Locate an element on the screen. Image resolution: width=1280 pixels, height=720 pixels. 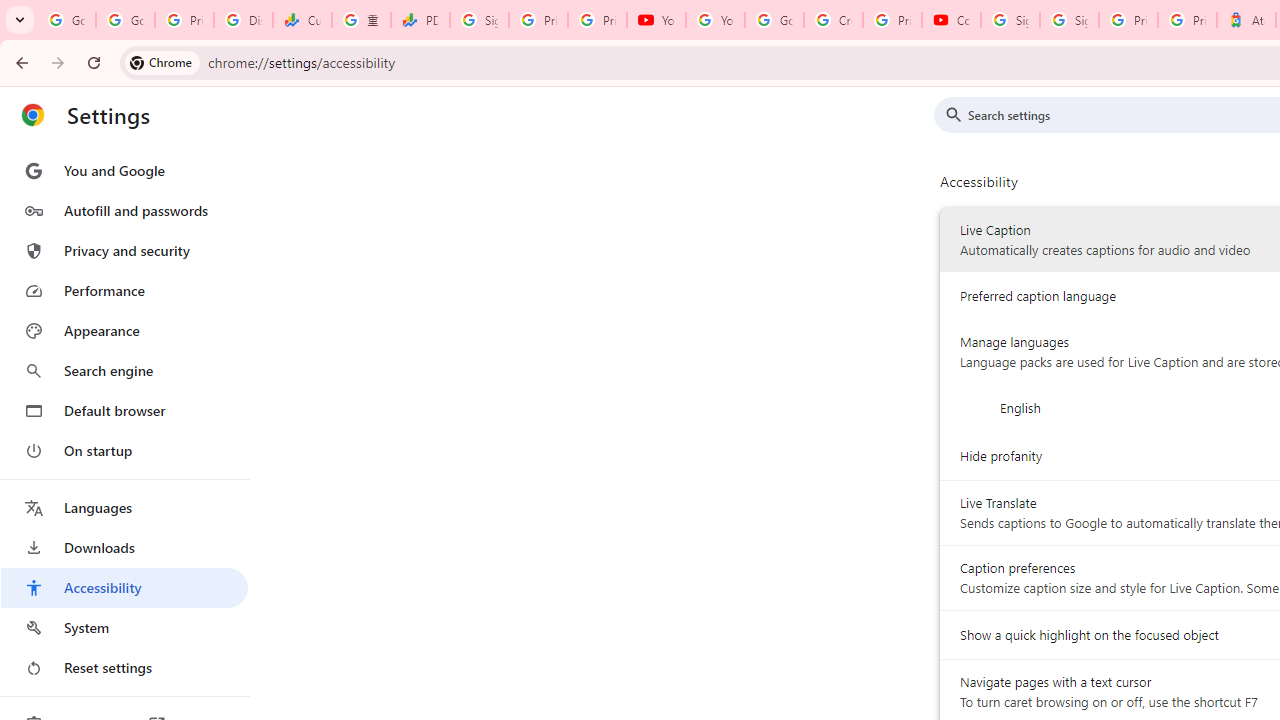
'Privacy and security' is located at coordinates (123, 249).